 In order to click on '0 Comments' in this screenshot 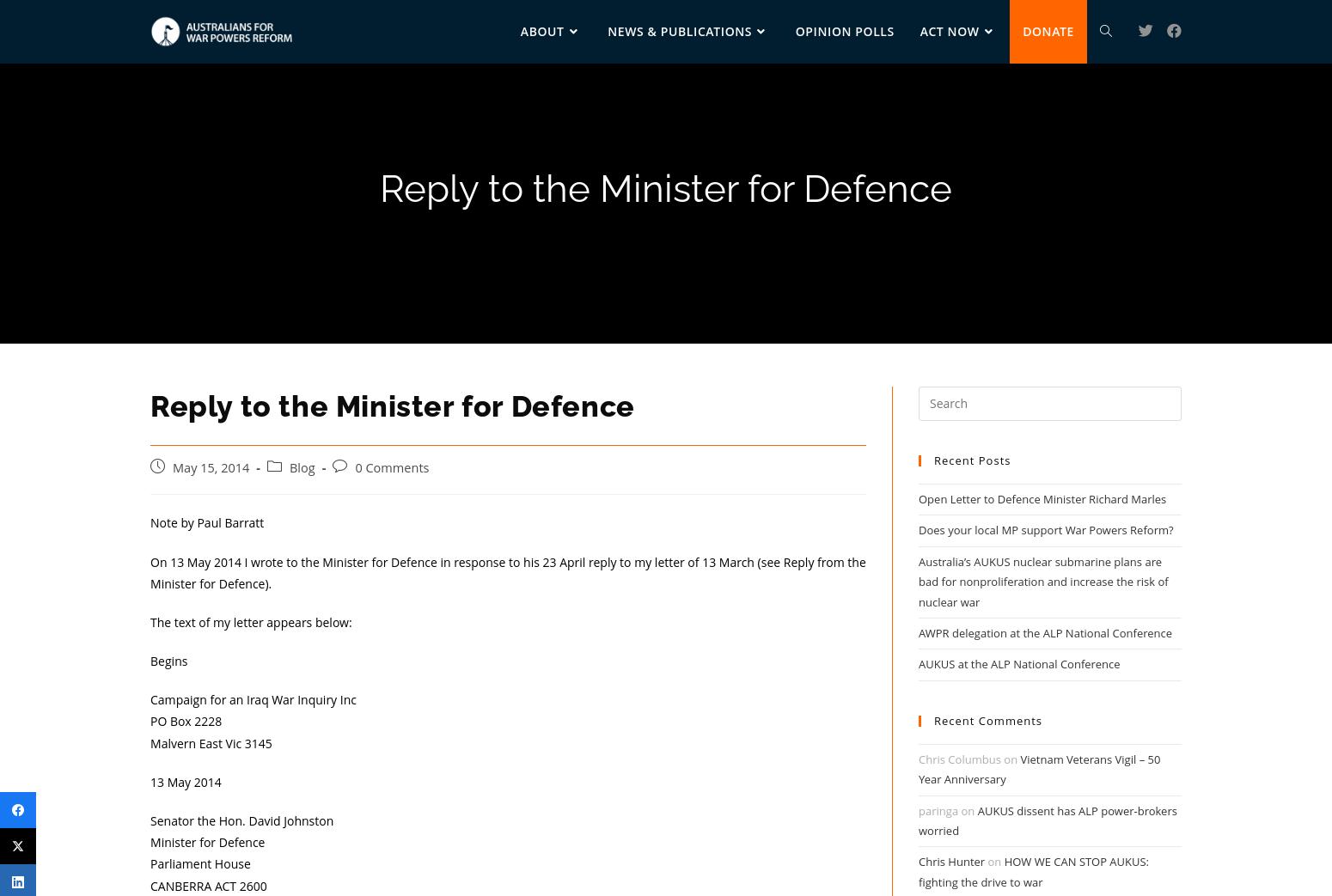, I will do `click(355, 466)`.